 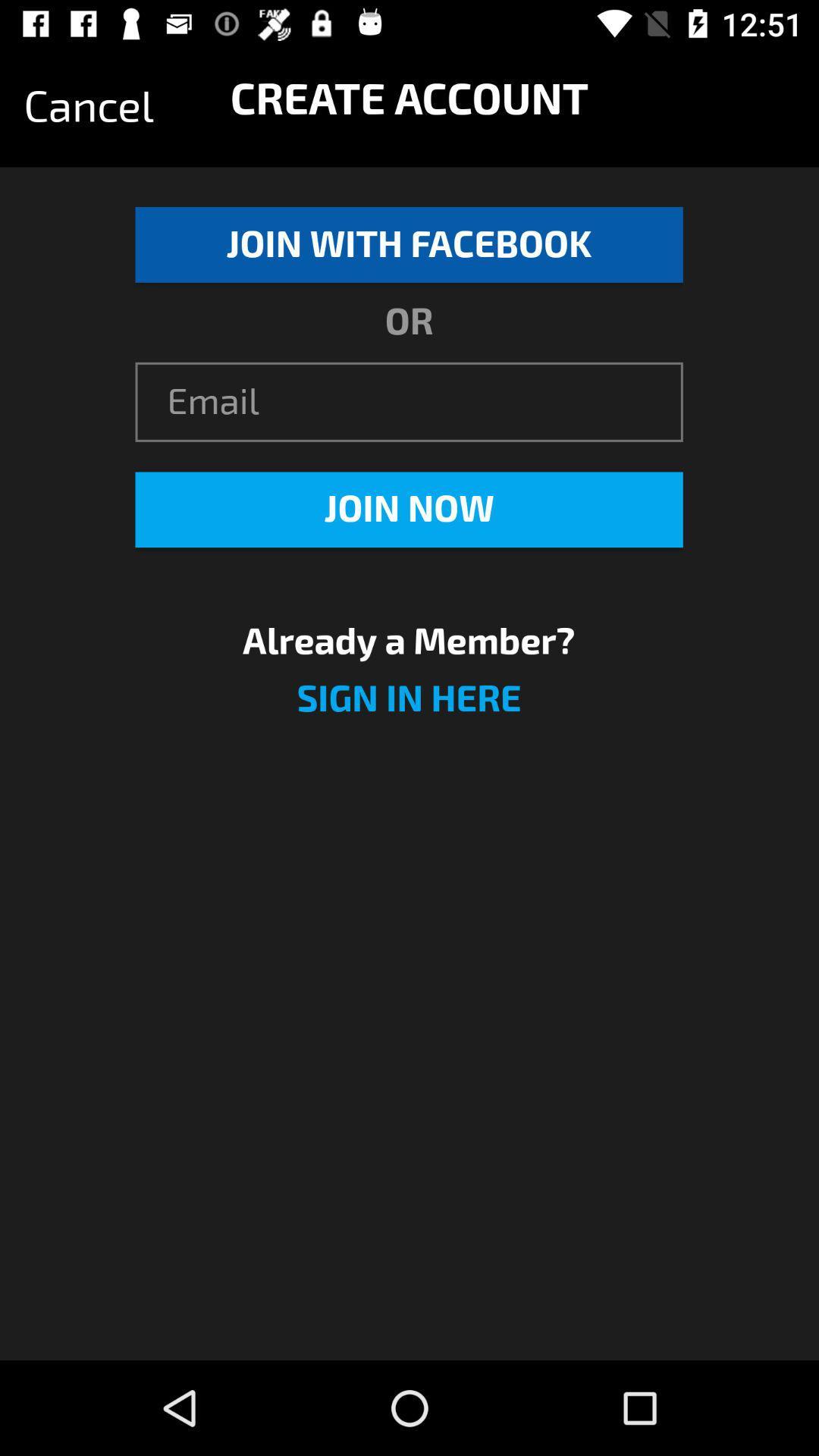 What do you see at coordinates (89, 106) in the screenshot?
I see `the item above the join with facebook icon` at bounding box center [89, 106].